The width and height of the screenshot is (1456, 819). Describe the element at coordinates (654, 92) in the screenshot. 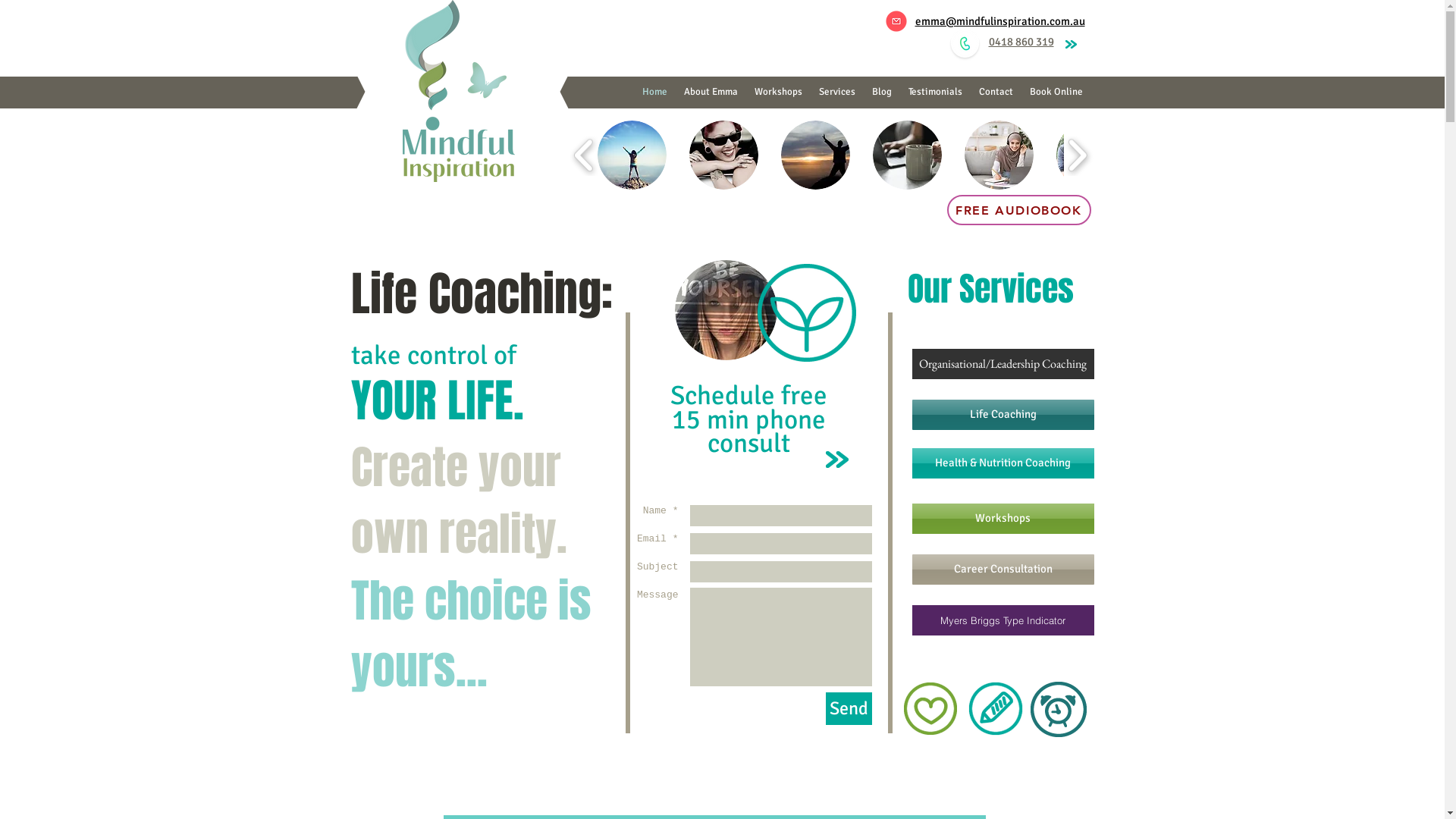

I see `'Home'` at that location.